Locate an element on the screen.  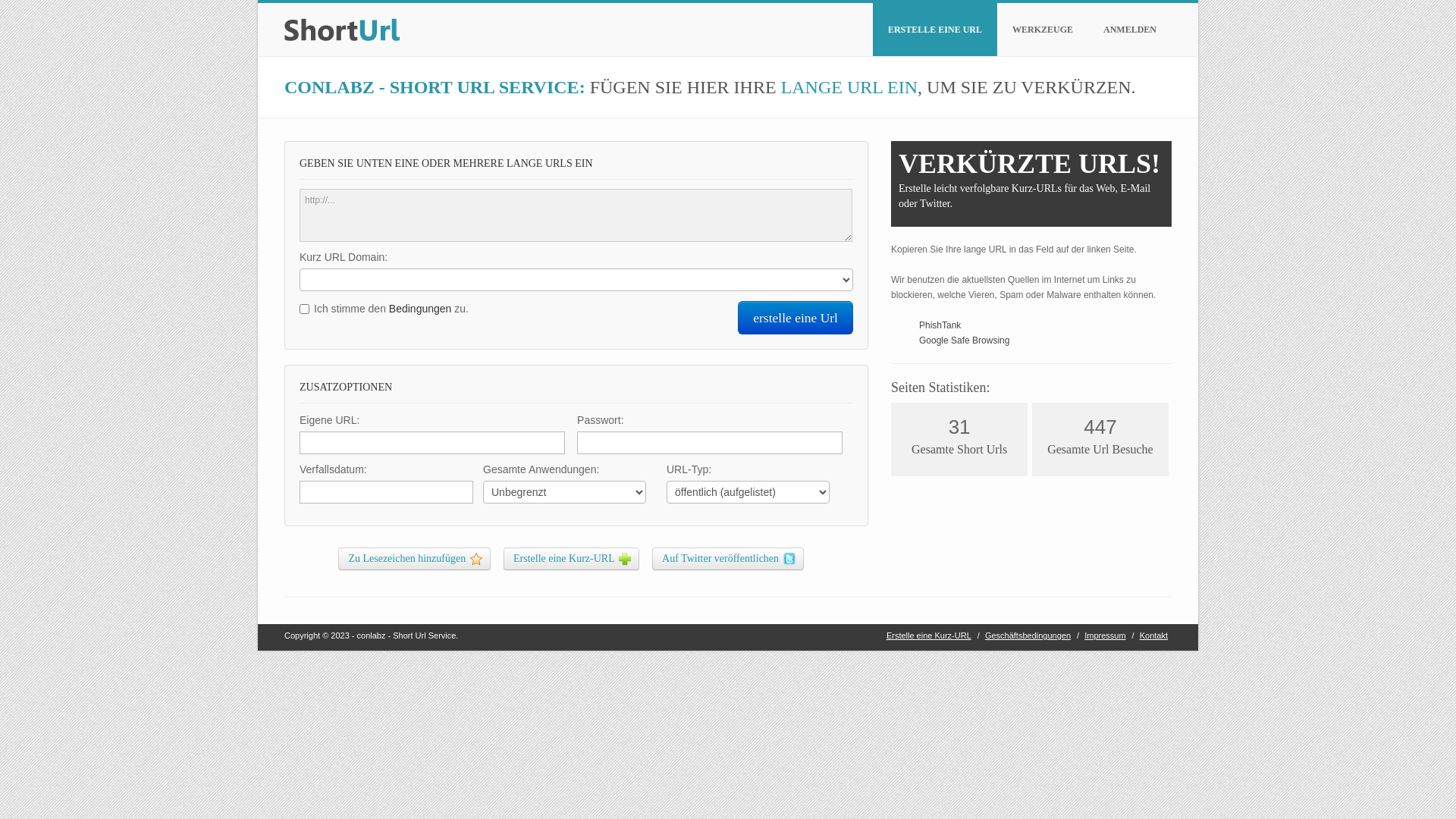
'Impressum' is located at coordinates (1105, 634).